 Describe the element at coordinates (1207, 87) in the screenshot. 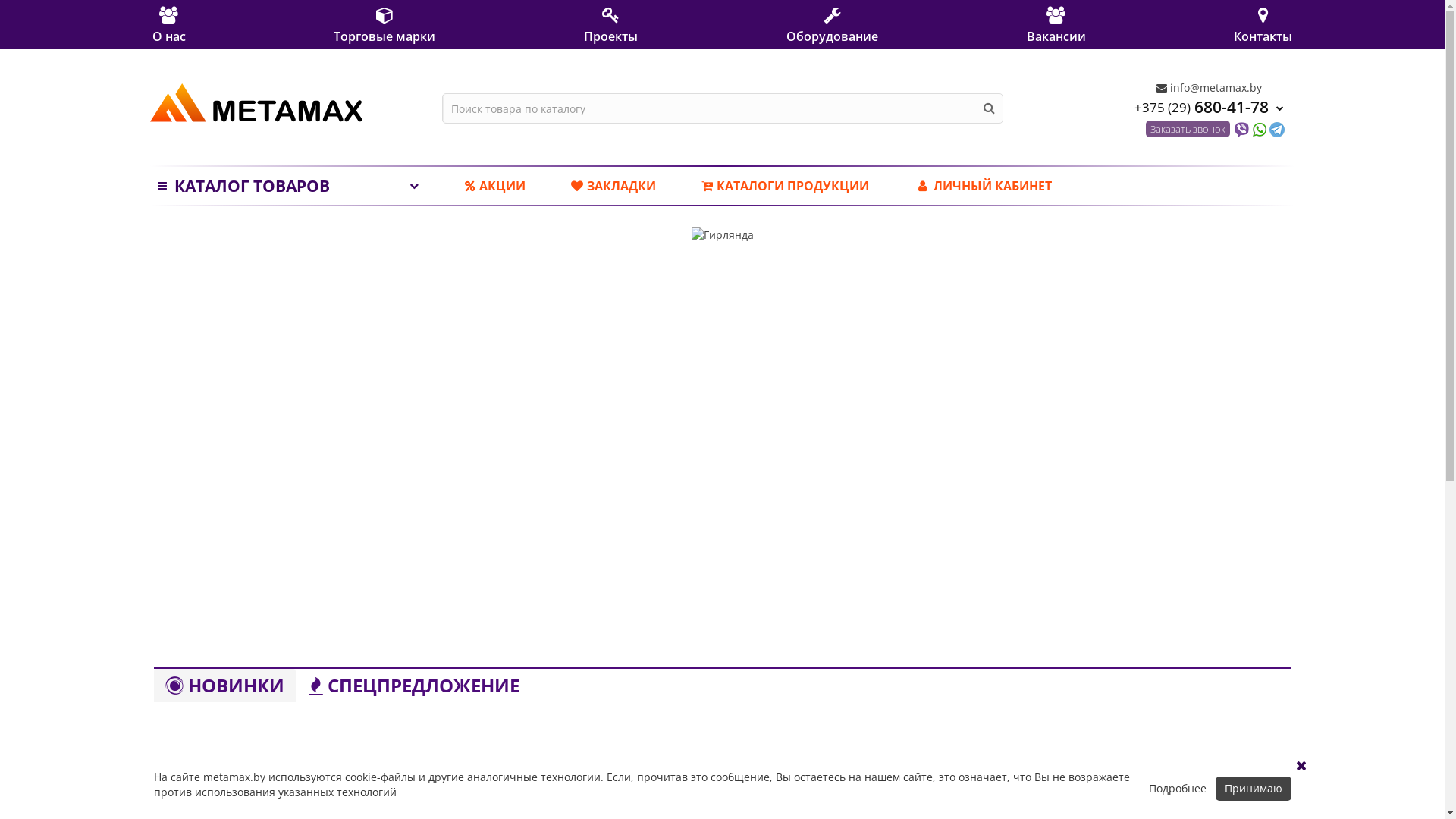

I see `'info@metamax.by'` at that location.